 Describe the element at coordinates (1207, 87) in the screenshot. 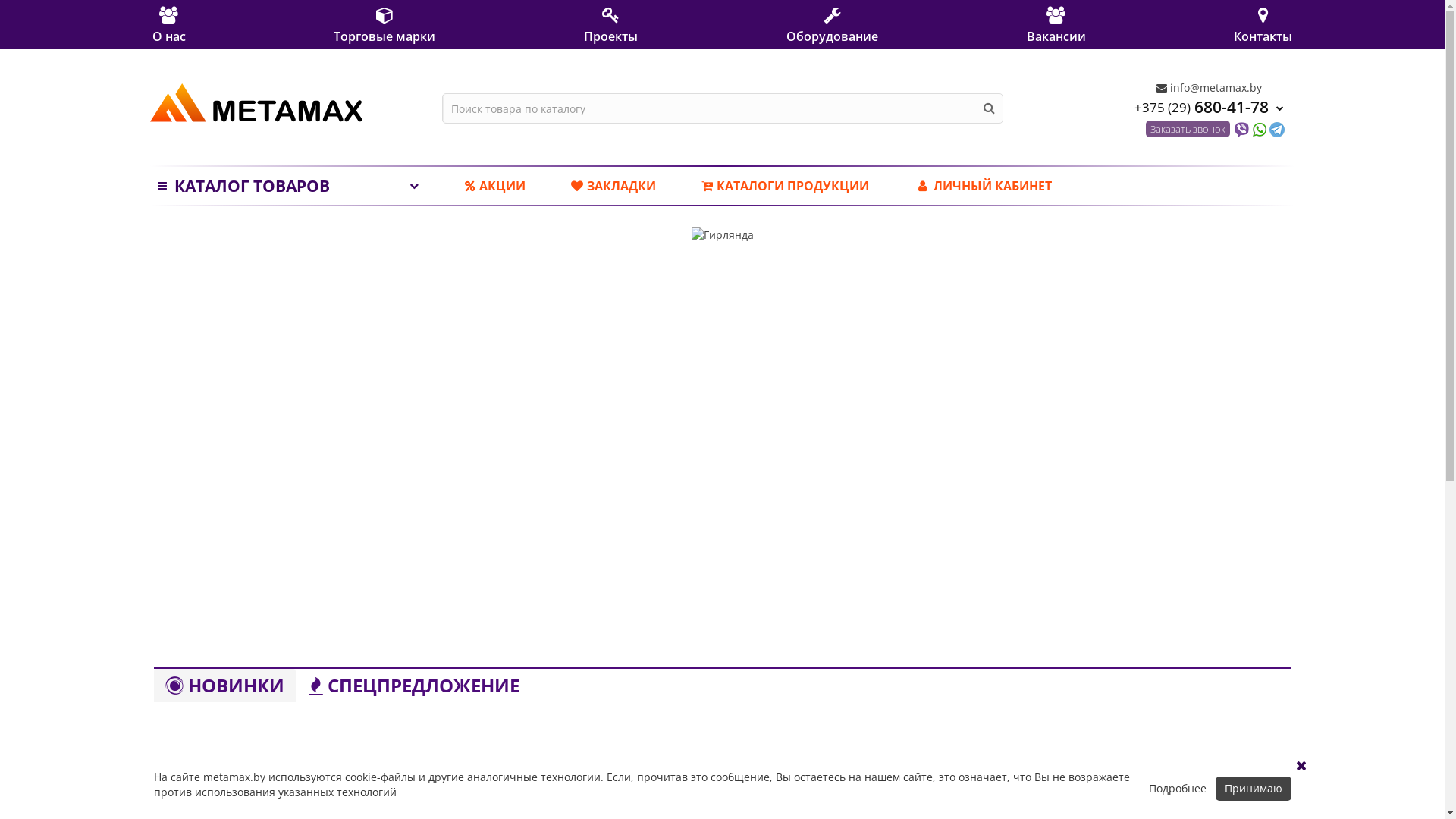

I see `'info@metamax.by'` at that location.